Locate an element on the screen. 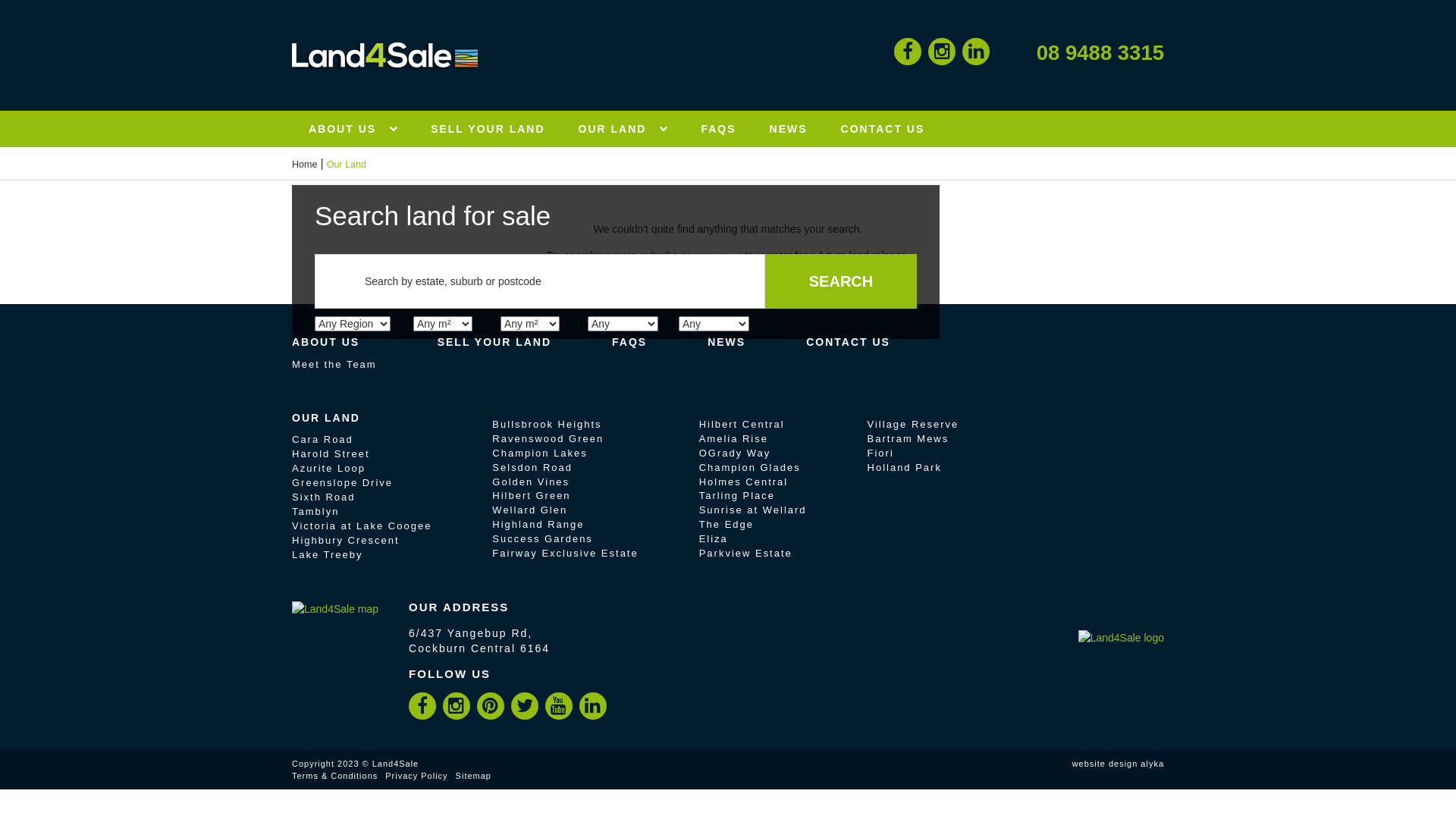 The height and width of the screenshot is (819, 1456). 'Wellard Glen' is located at coordinates (529, 510).